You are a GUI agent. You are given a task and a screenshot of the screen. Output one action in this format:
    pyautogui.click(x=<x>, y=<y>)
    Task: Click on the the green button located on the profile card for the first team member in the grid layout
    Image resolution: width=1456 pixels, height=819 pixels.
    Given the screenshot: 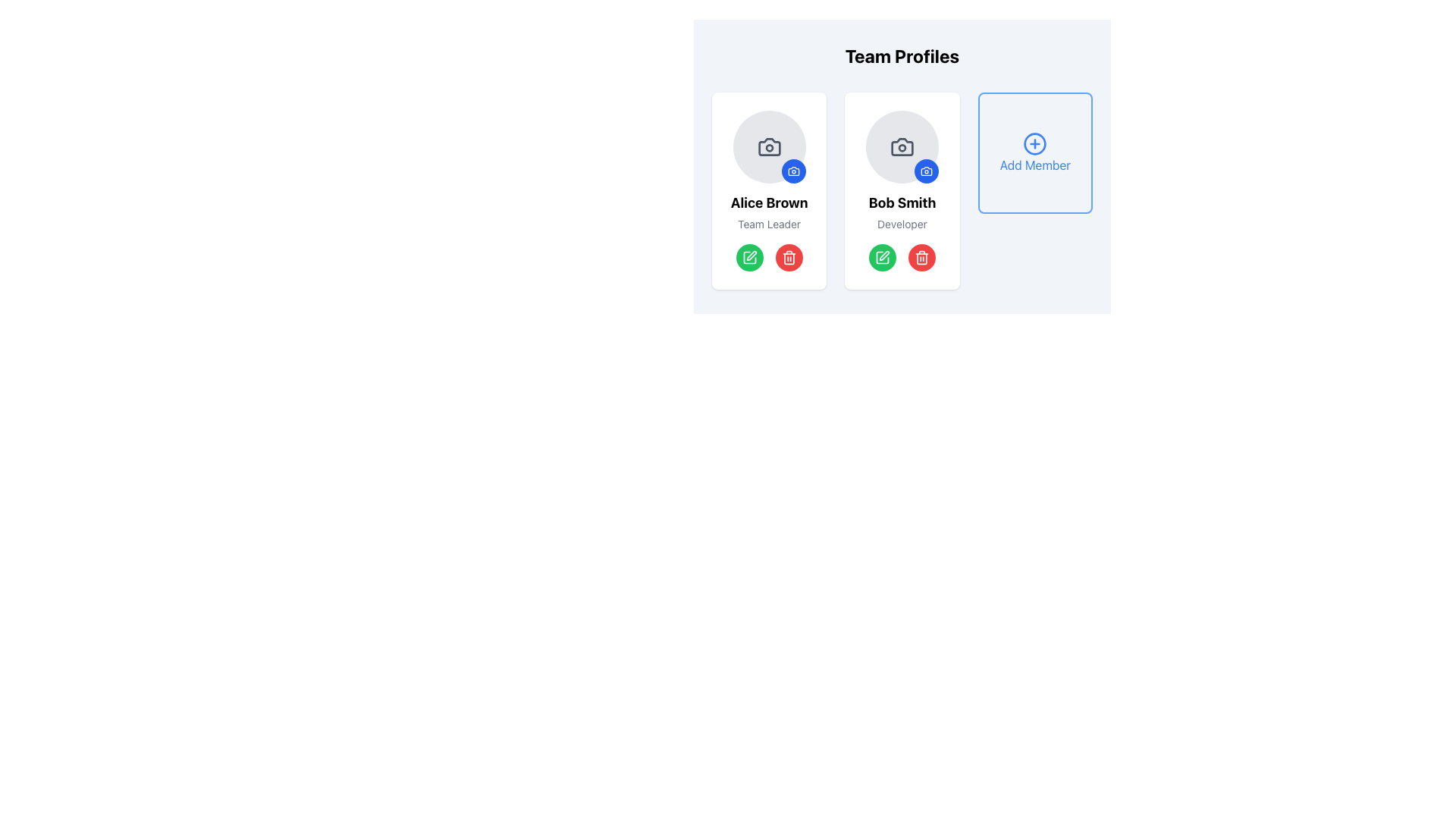 What is the action you would take?
    pyautogui.click(x=769, y=190)
    